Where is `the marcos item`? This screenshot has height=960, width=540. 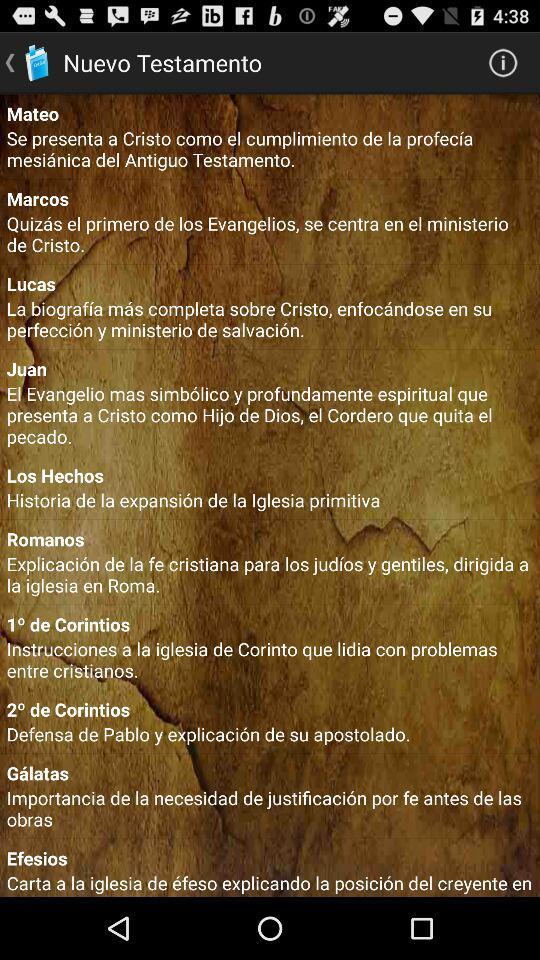 the marcos item is located at coordinates (270, 198).